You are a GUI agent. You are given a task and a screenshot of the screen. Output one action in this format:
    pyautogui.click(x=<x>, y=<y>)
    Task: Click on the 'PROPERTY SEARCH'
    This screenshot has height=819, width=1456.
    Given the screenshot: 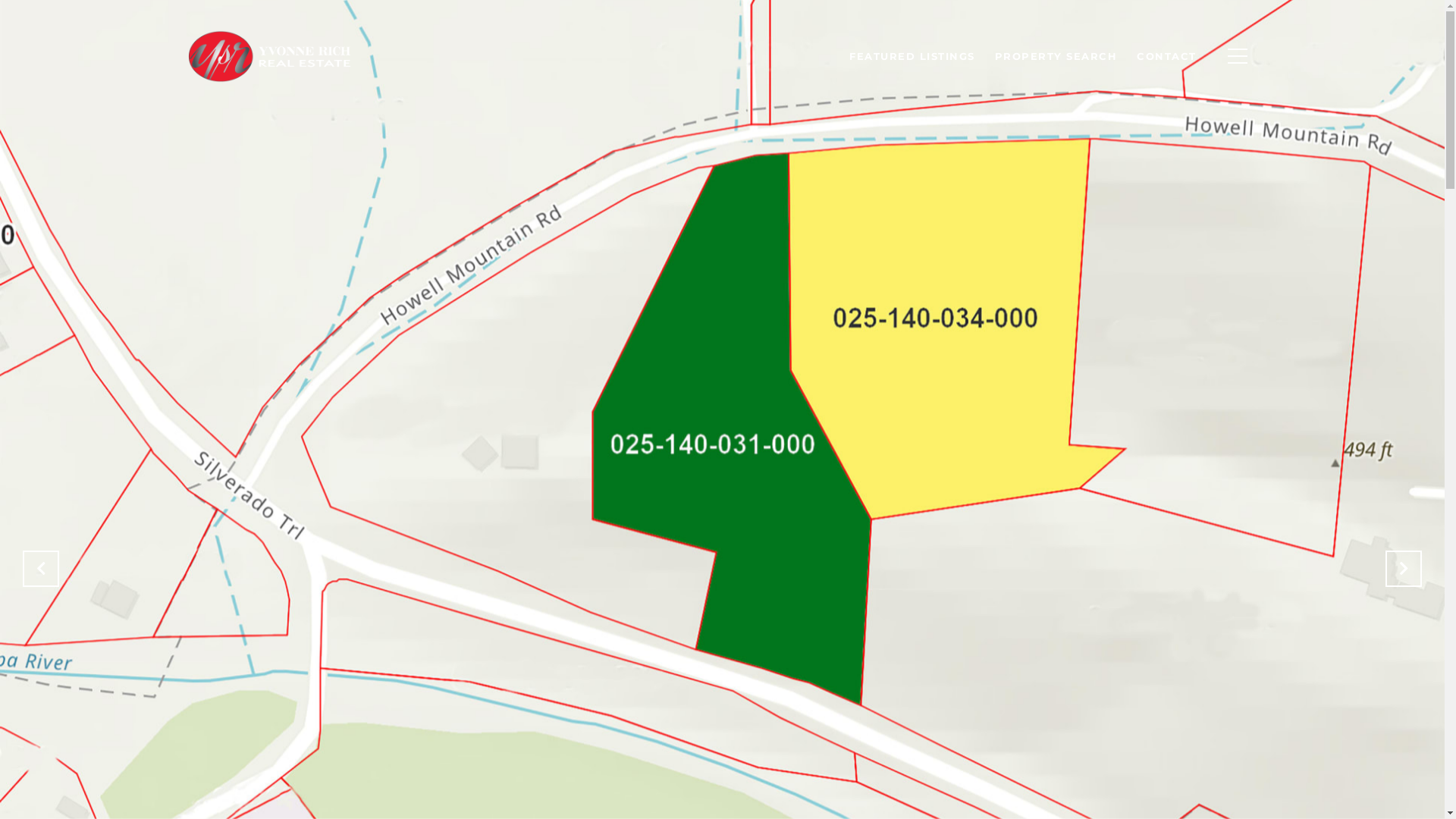 What is the action you would take?
    pyautogui.click(x=984, y=55)
    